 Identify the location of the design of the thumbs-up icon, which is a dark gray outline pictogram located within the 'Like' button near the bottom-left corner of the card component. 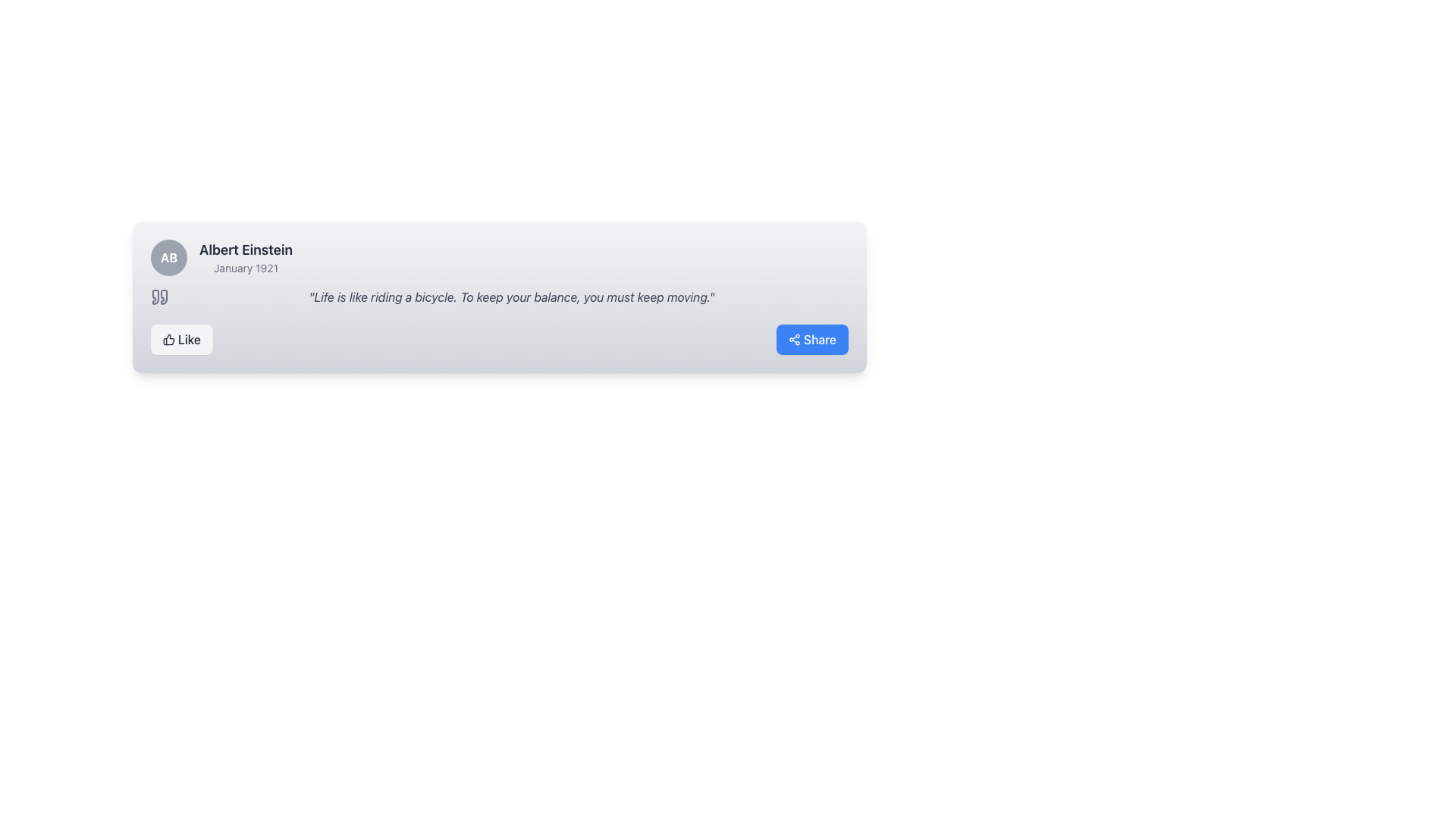
(168, 338).